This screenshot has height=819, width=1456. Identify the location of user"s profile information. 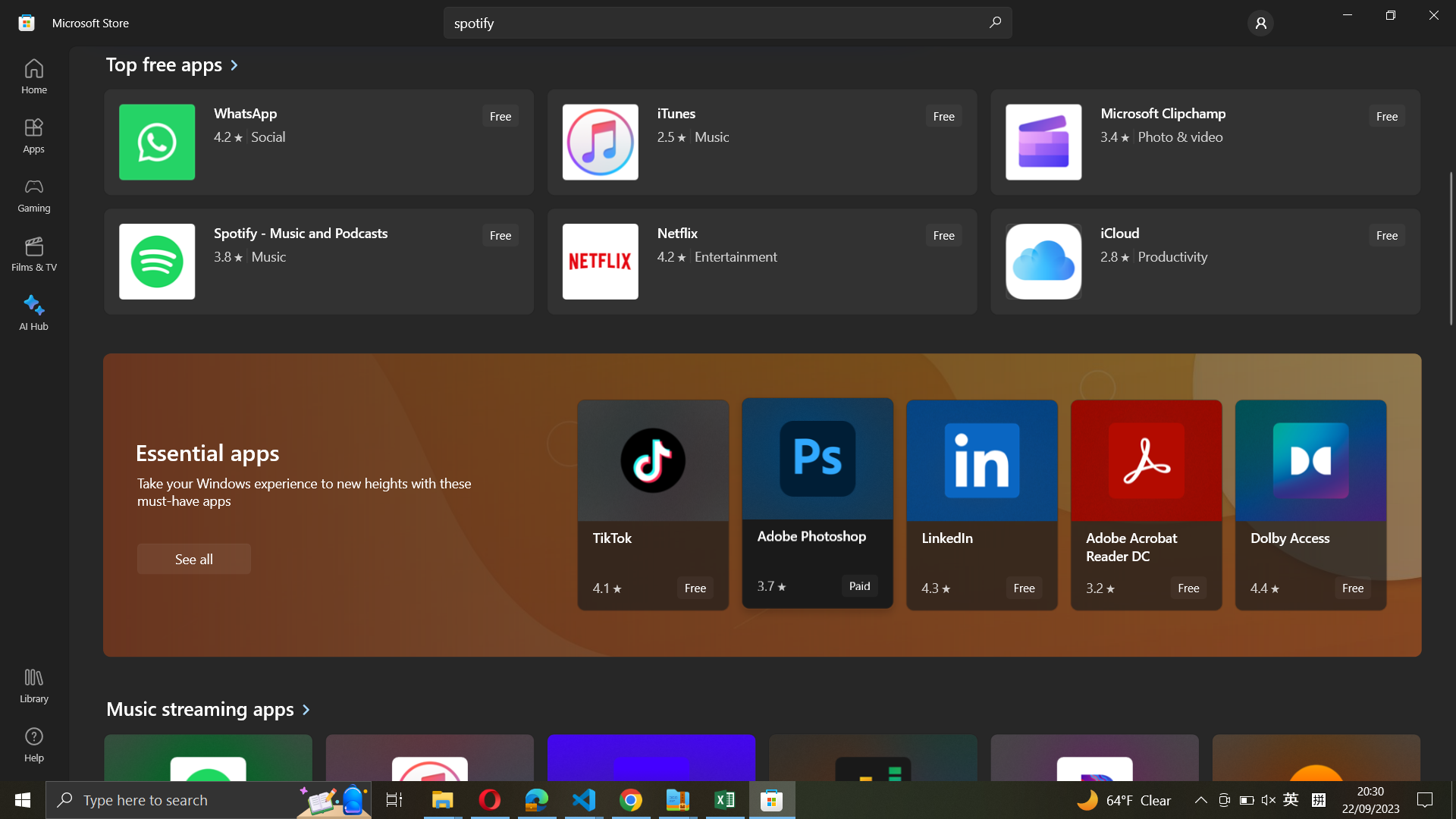
(1260, 22).